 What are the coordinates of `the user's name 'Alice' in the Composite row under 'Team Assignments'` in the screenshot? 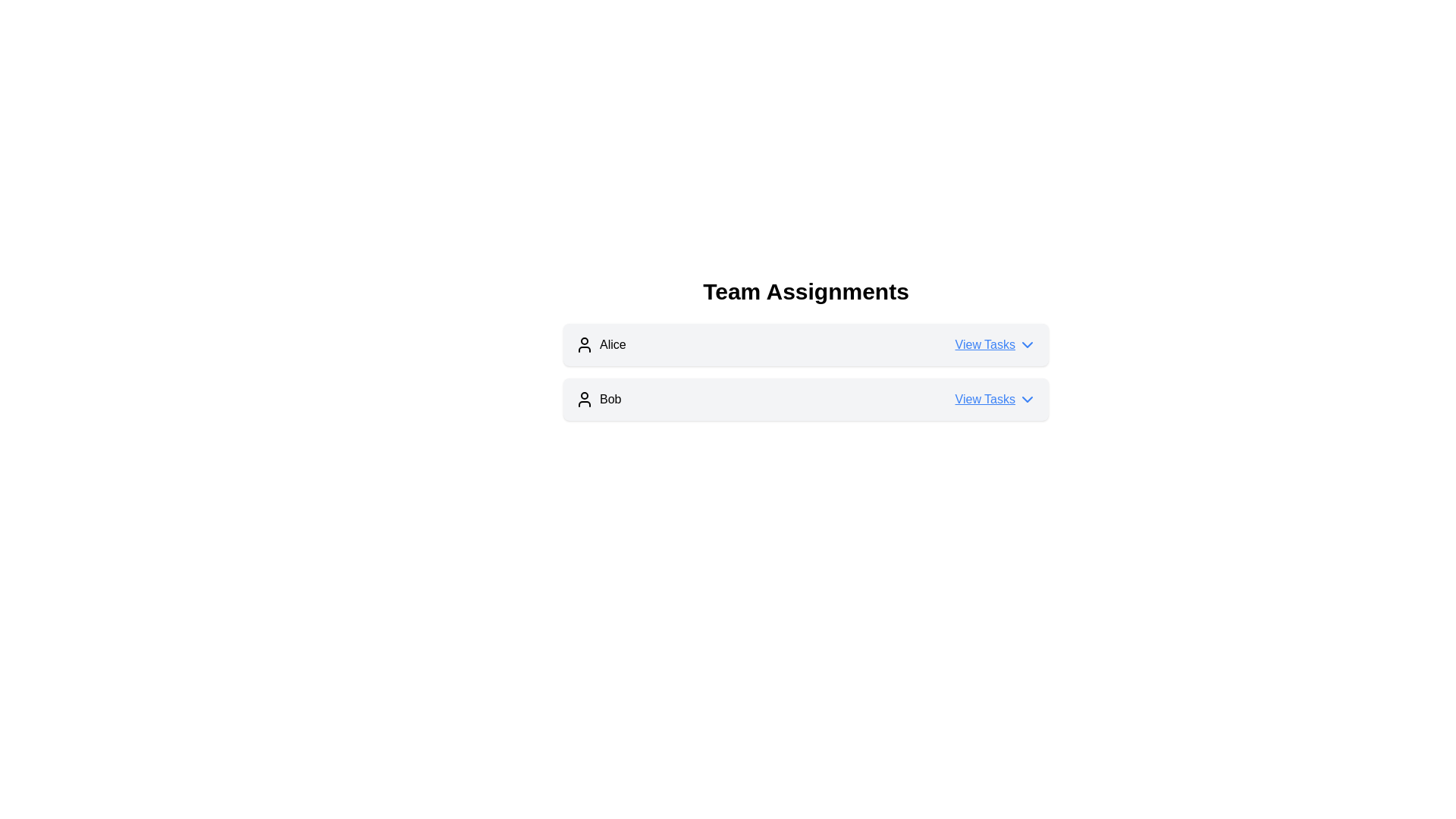 It's located at (805, 345).